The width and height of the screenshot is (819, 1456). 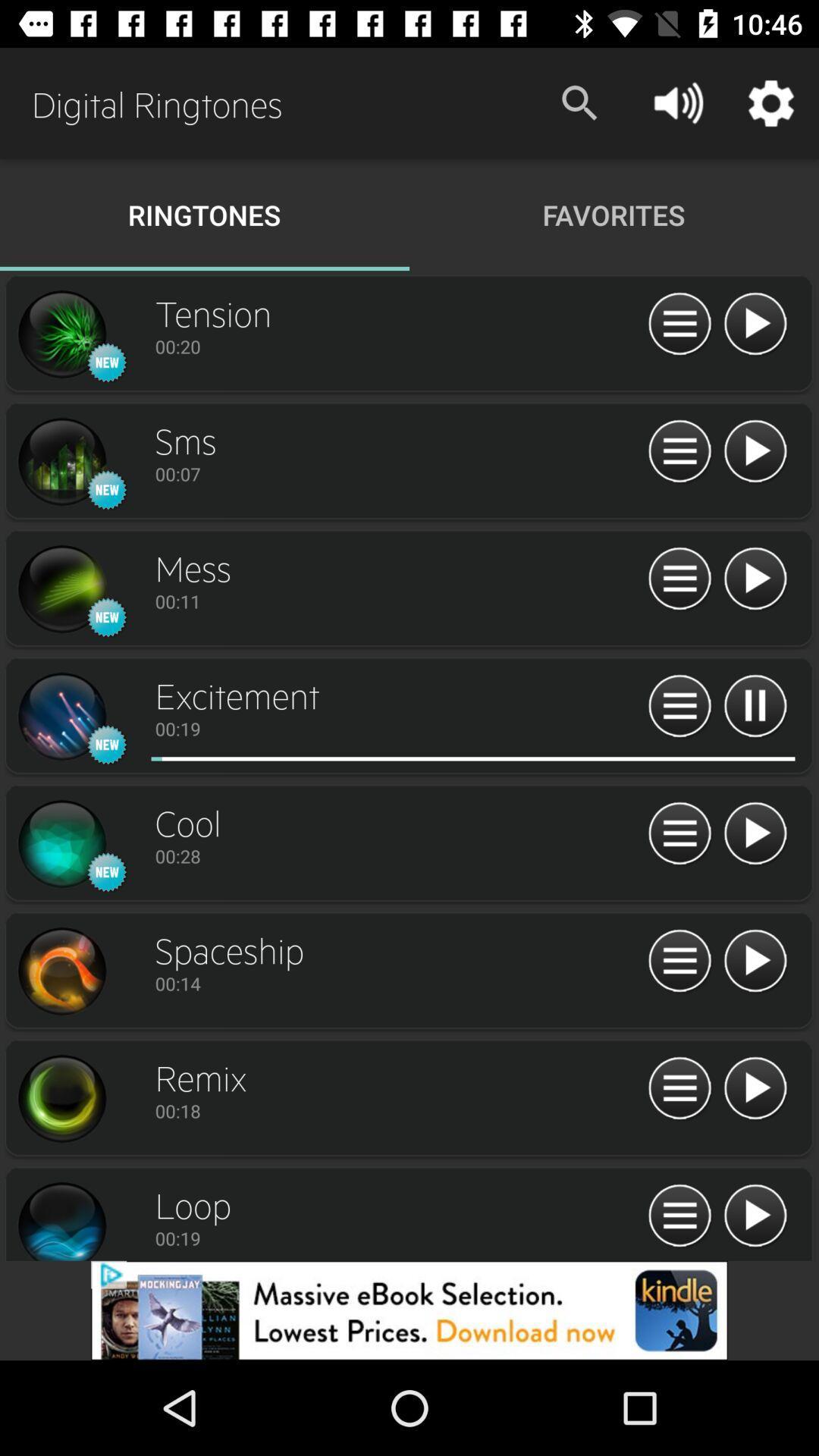 I want to click on tension ringtone, so click(x=61, y=334).